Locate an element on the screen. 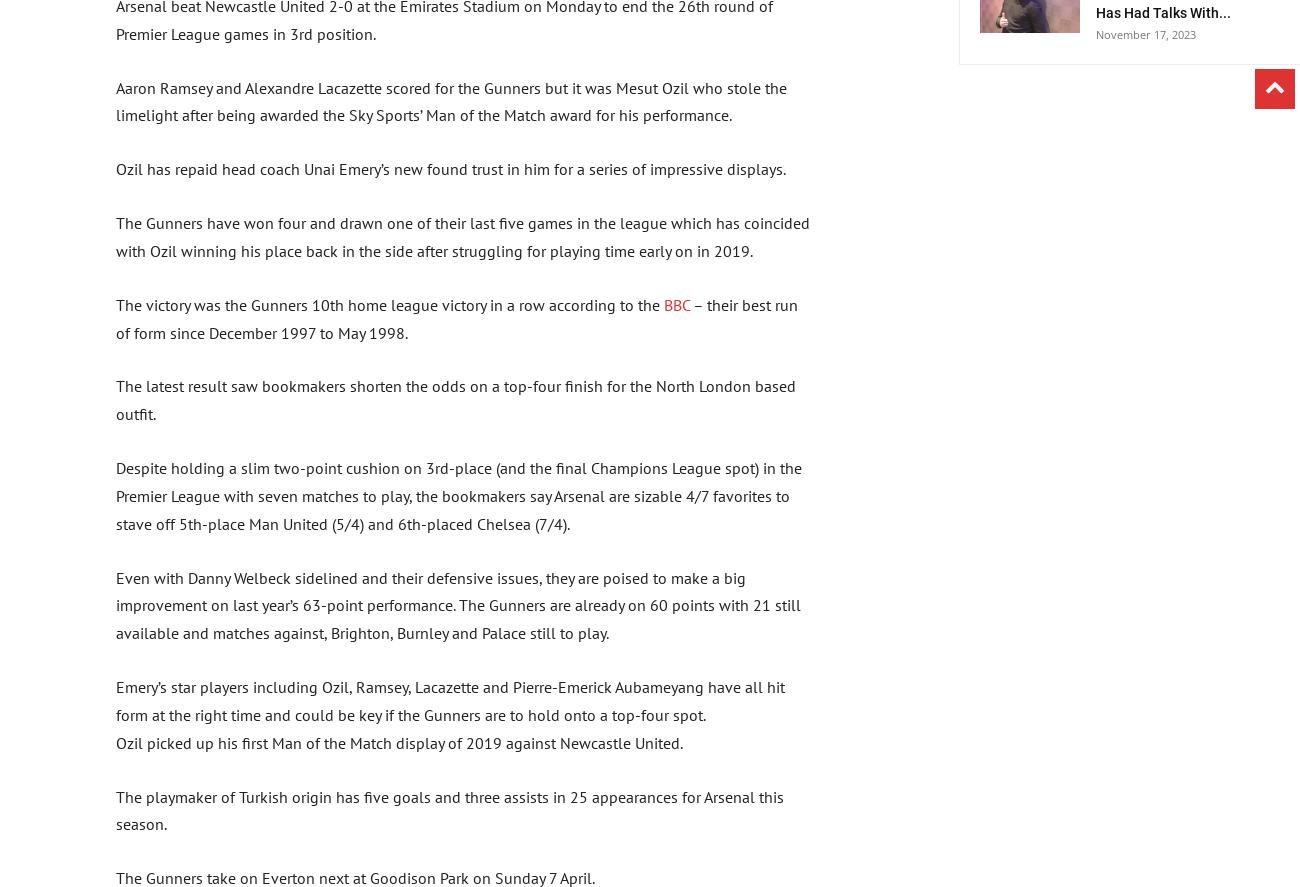  'Ozil has repaid head coach Unai Emery’s new found trust in him for a series of impressive displays.' is located at coordinates (449, 167).